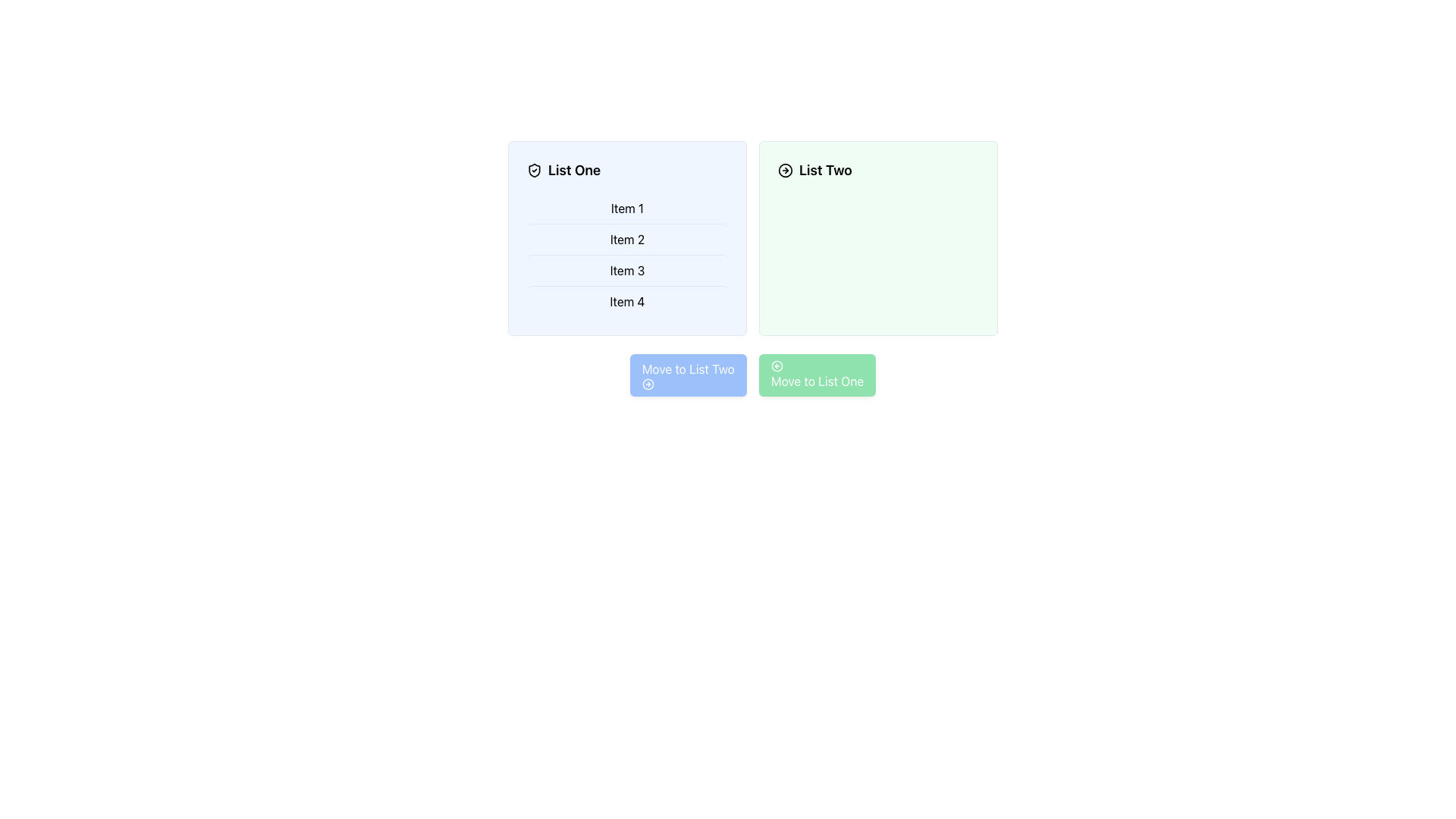 The image size is (1456, 819). I want to click on the rightmost button that moves items from 'List Two' back to 'List One', so click(817, 375).